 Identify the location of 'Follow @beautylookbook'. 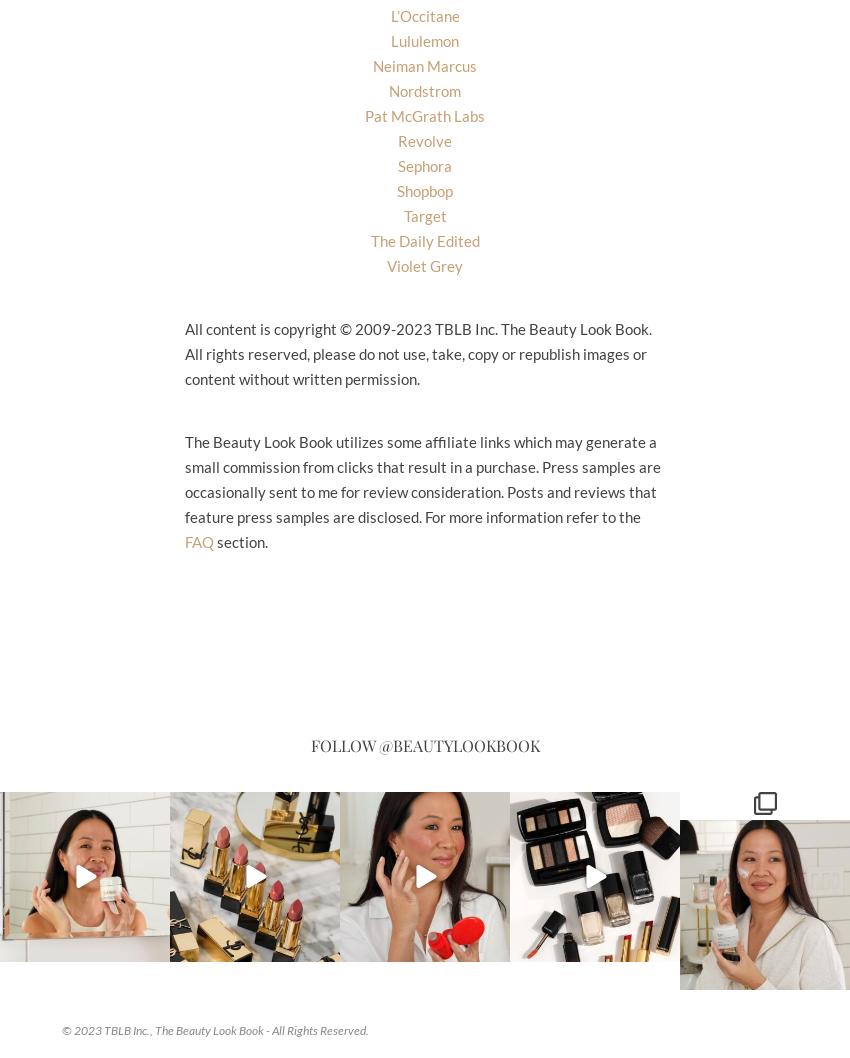
(424, 744).